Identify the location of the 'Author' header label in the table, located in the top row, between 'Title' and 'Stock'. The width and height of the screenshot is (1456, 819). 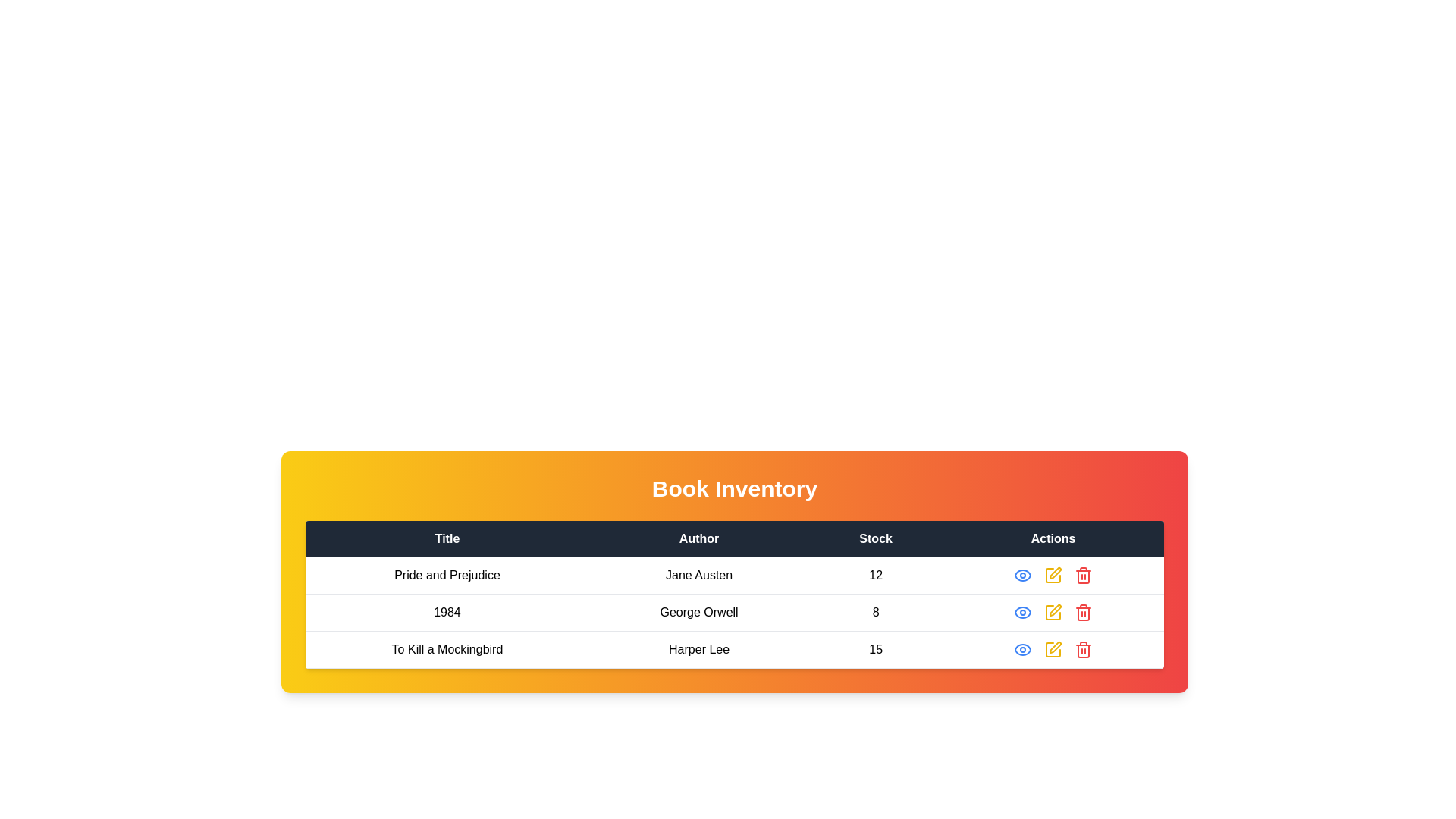
(698, 538).